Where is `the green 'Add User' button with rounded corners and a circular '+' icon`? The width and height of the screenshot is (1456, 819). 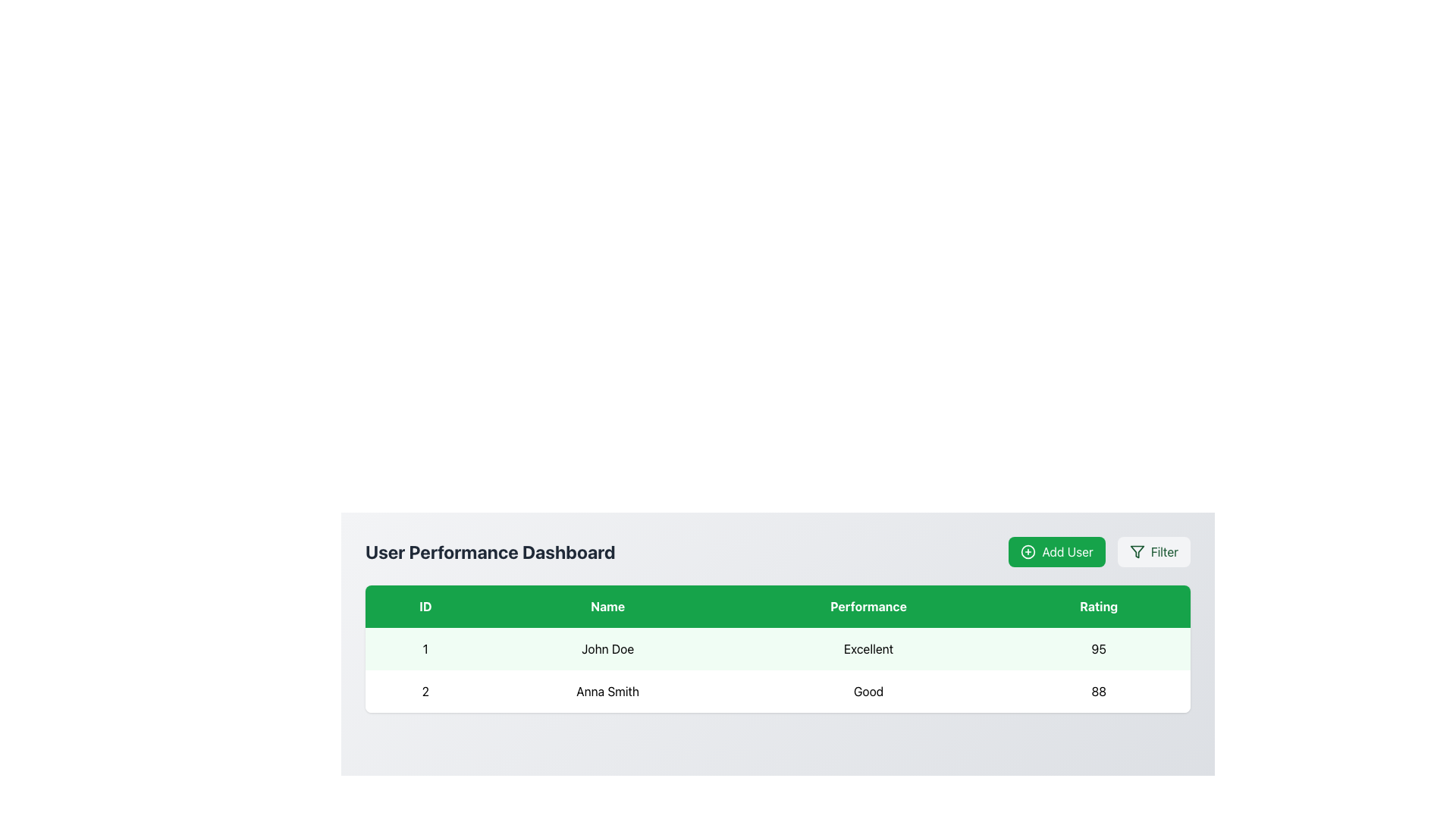 the green 'Add User' button with rounded corners and a circular '+' icon is located at coordinates (1099, 552).